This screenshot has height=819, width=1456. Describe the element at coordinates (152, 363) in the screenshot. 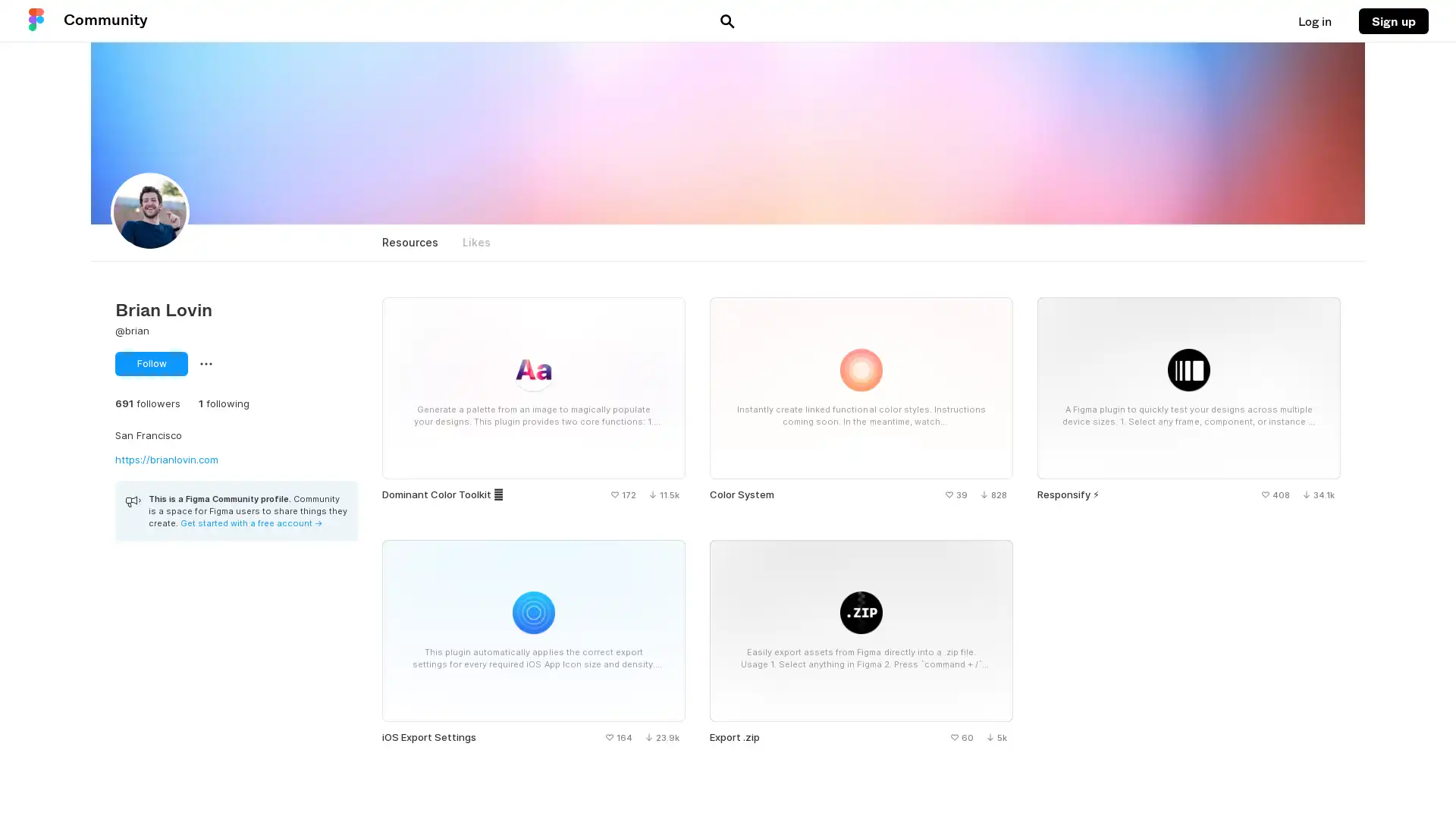

I see `Follow` at that location.